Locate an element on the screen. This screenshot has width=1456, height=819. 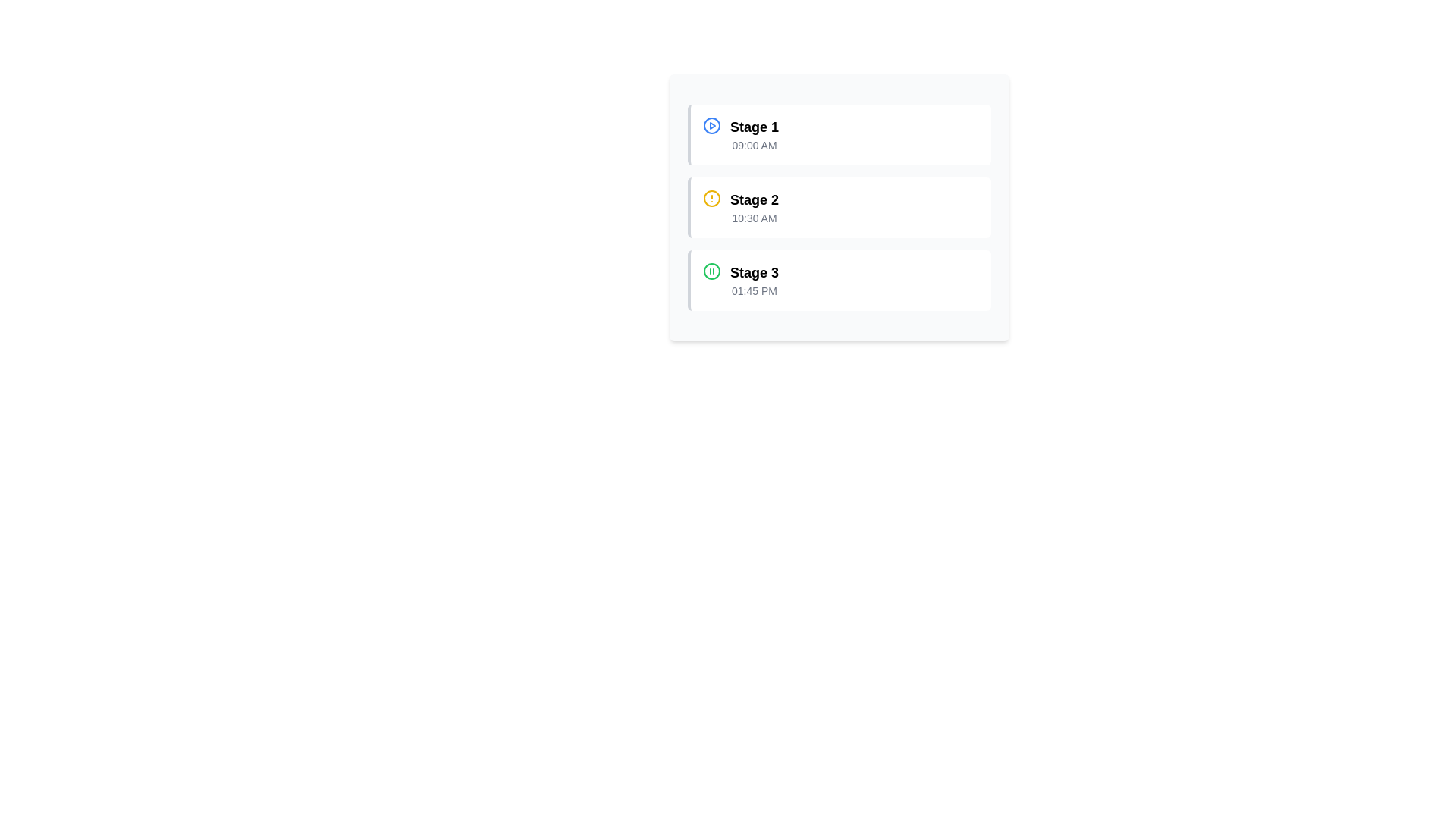
the 'Stage 2' grouped text label is located at coordinates (754, 207).